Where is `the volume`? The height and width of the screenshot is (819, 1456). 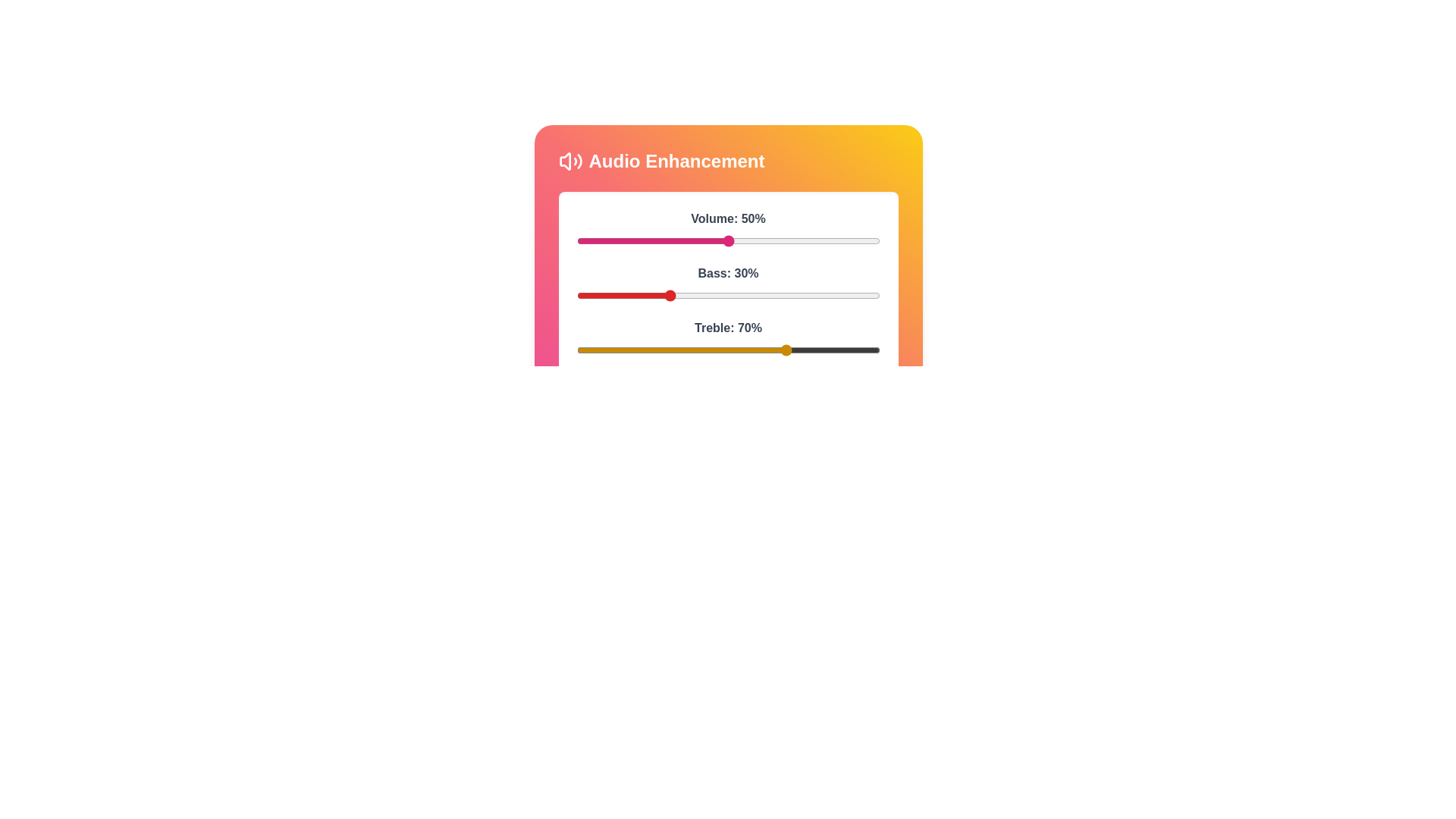
the volume is located at coordinates (836, 240).